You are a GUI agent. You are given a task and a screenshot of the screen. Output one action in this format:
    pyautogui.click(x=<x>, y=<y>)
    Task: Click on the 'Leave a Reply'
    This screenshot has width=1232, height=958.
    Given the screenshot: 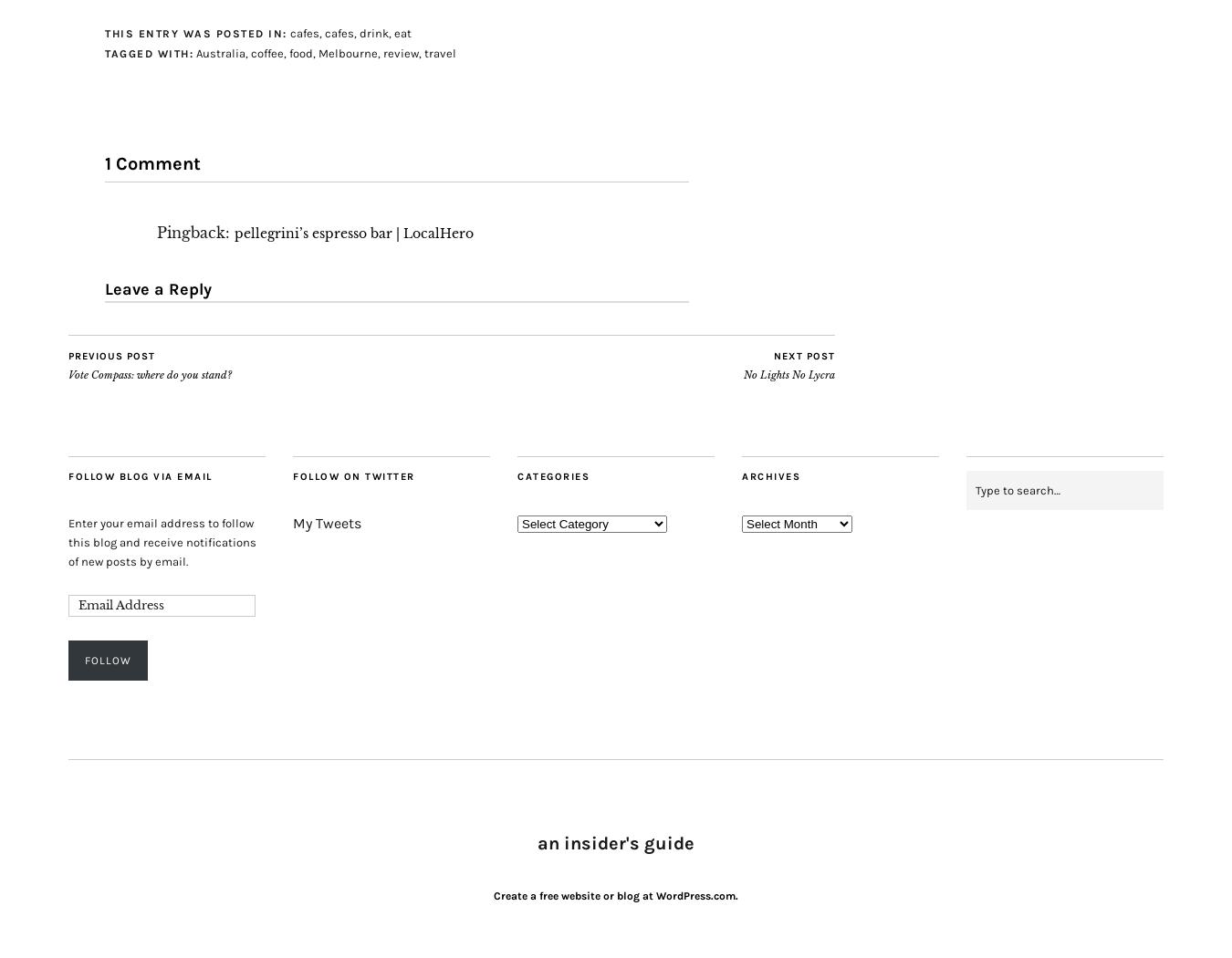 What is the action you would take?
    pyautogui.click(x=158, y=288)
    